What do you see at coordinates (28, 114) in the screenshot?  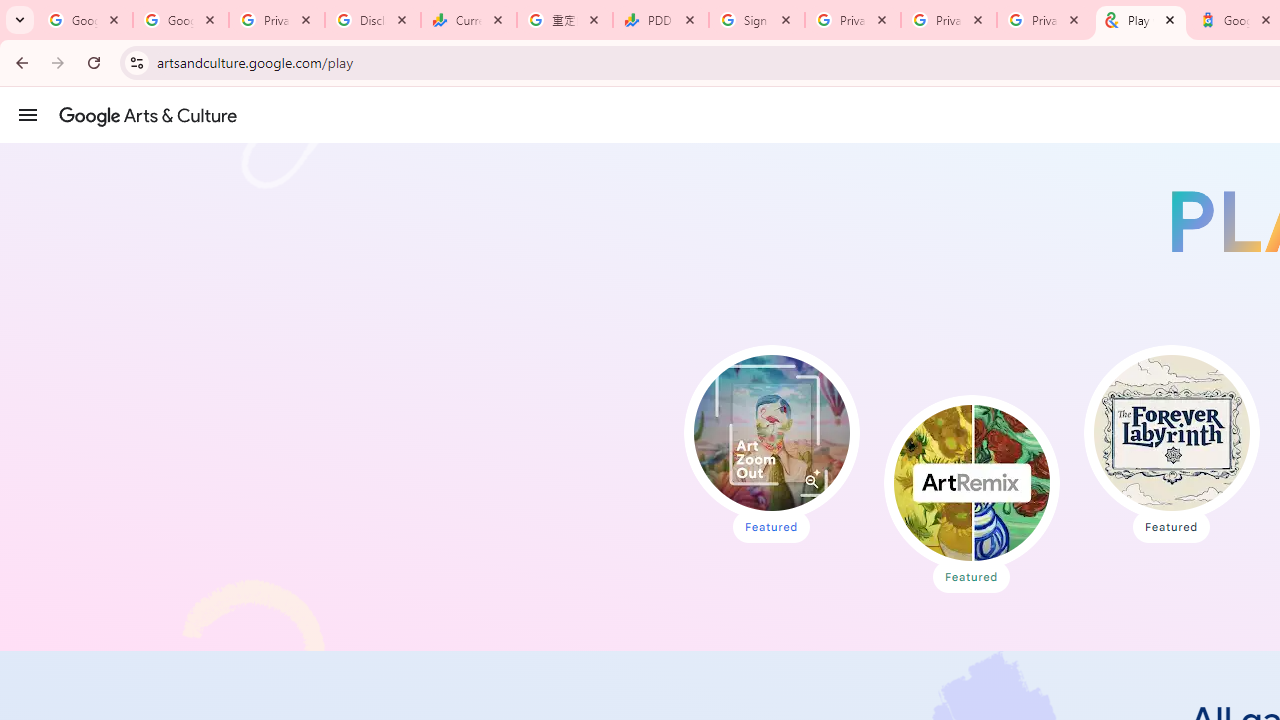 I see `'Menu'` at bounding box center [28, 114].